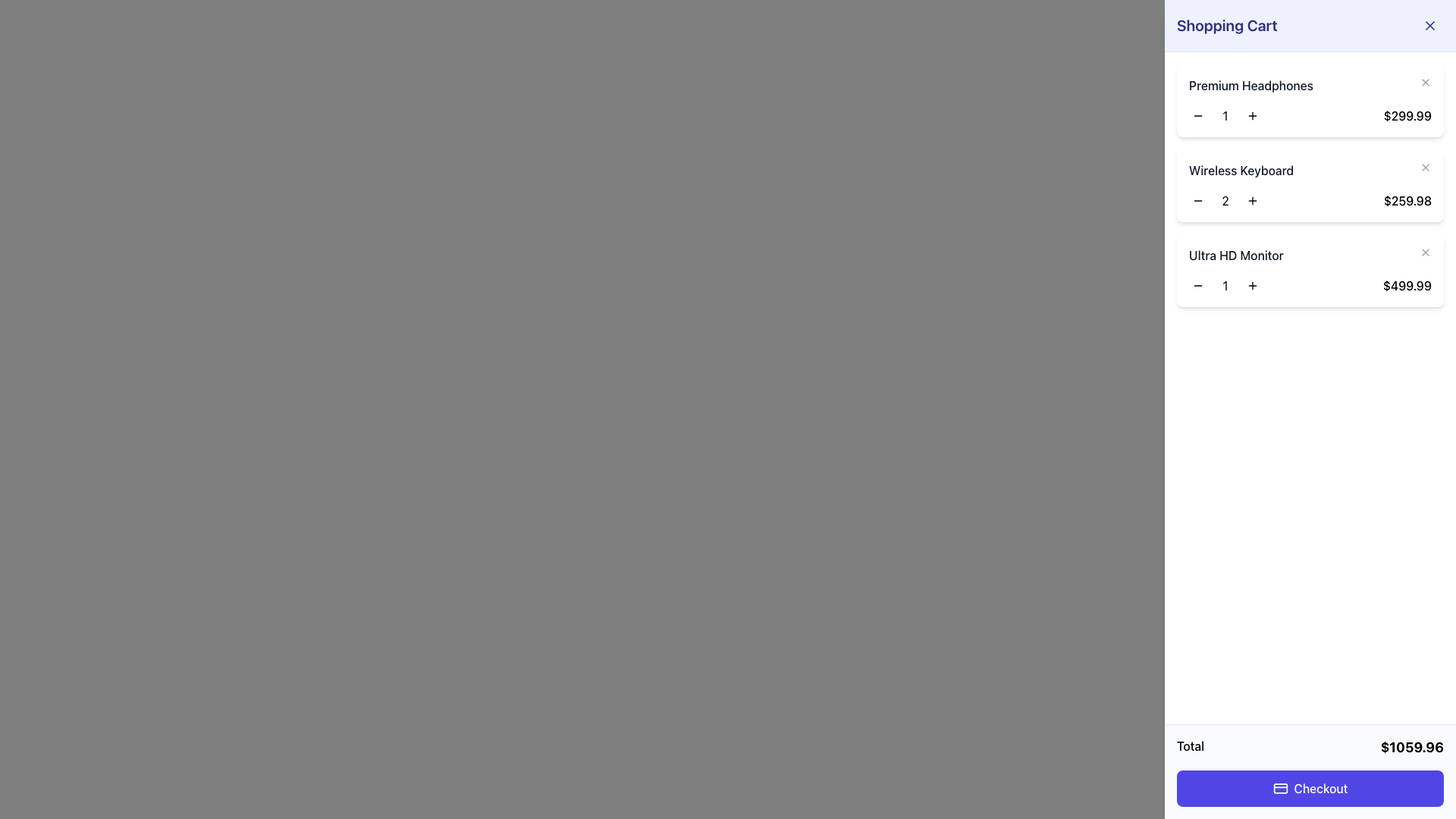 This screenshot has height=819, width=1456. Describe the element at coordinates (1407, 200) in the screenshot. I see `displayed price from the Text Label showing '$259.98', which is located next to the product title 'Wireless Keyboard' in the shopping cart interface` at that location.